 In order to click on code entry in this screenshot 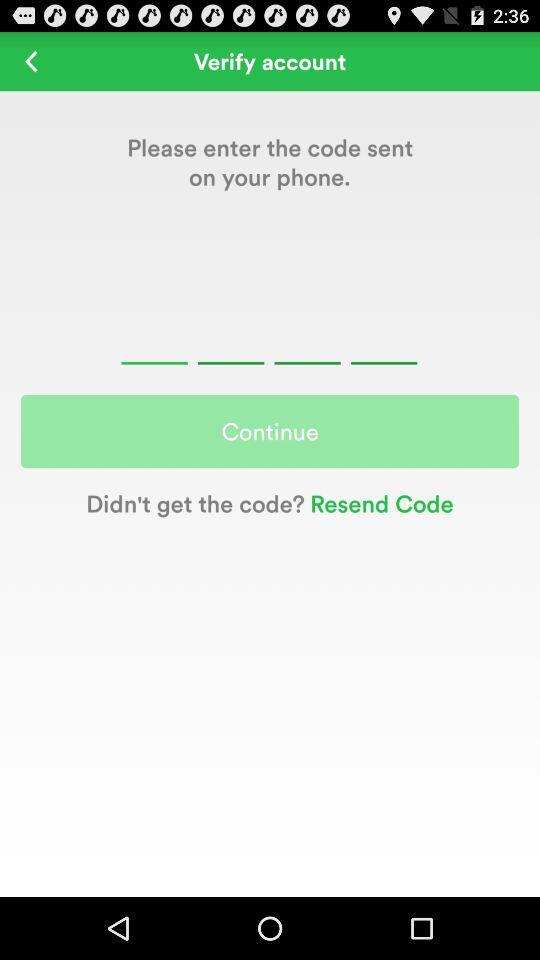, I will do `click(269, 339)`.